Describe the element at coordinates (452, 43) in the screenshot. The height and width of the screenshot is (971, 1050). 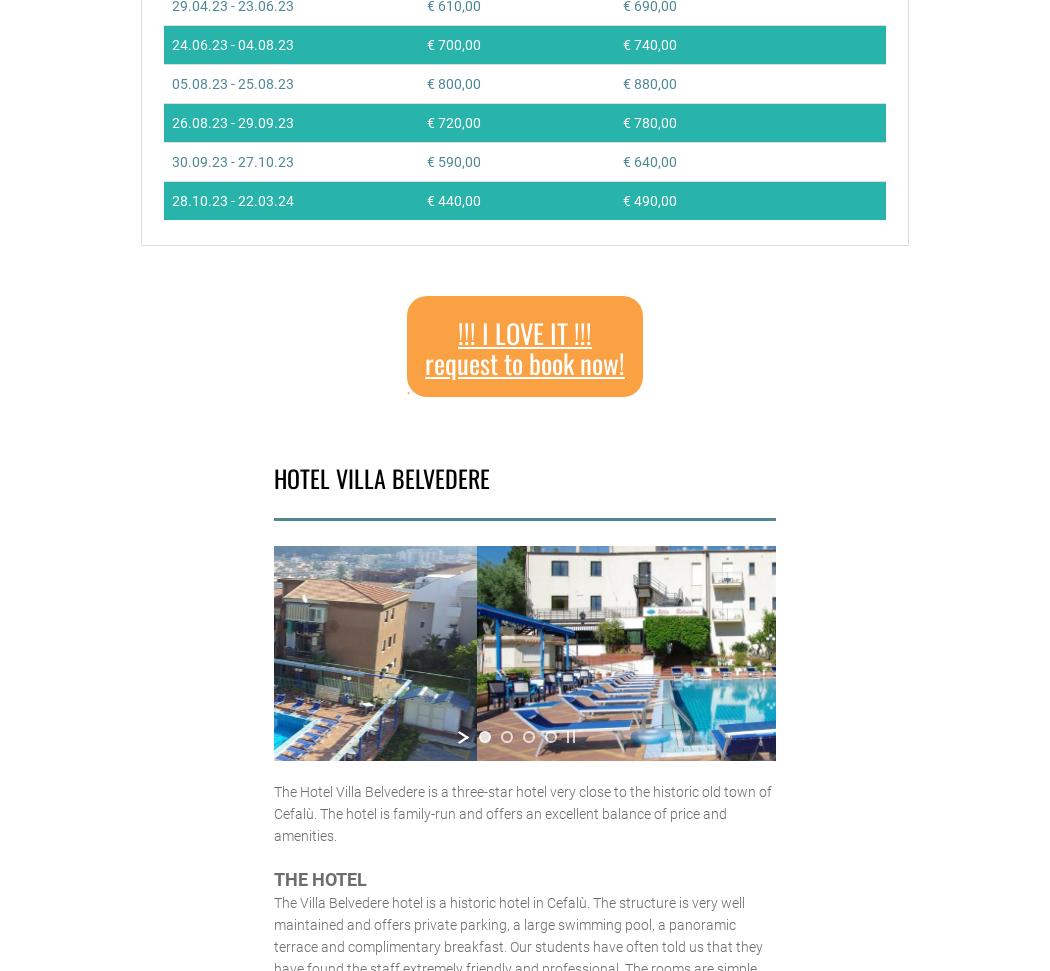
I see `'€ 700,00'` at that location.